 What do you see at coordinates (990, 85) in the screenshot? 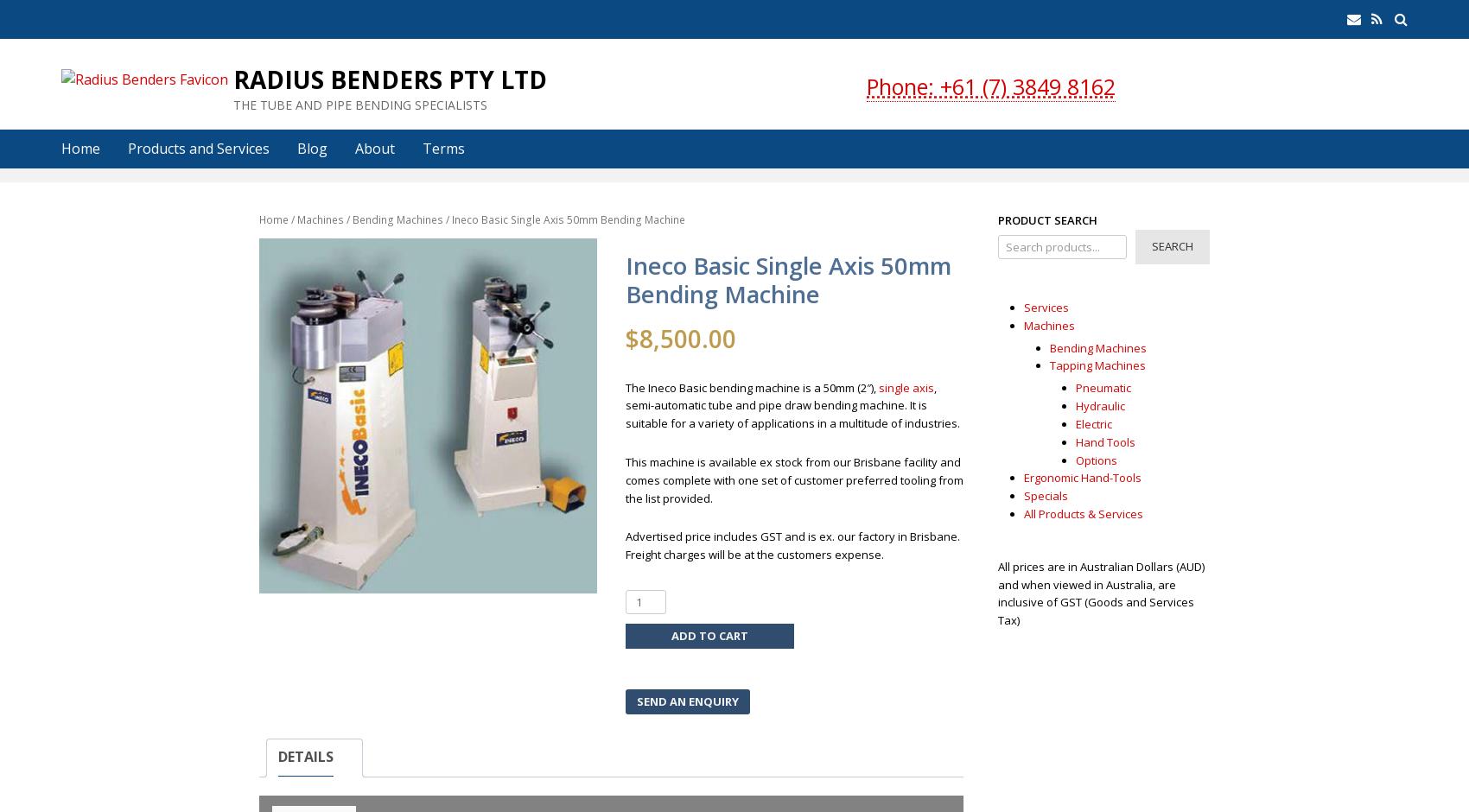
I see `'Phone: +61 (7) 3849 8162'` at bounding box center [990, 85].